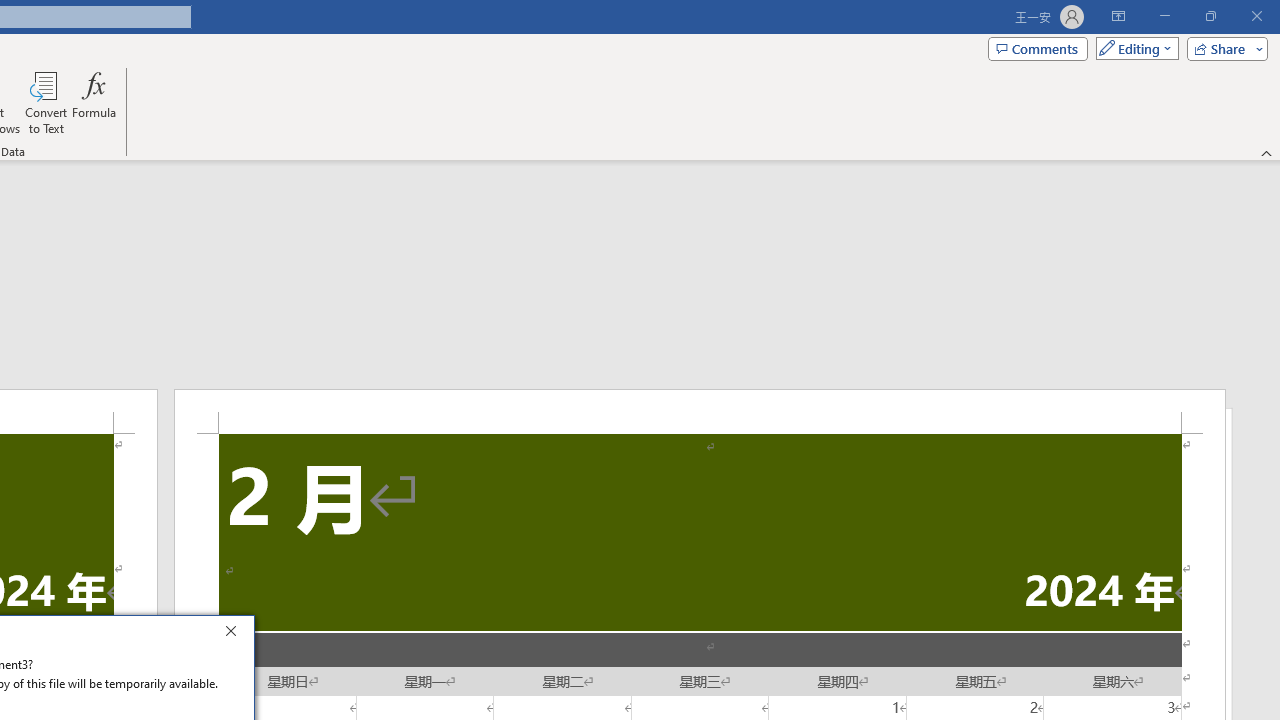 This screenshot has width=1280, height=720. What do you see at coordinates (1222, 47) in the screenshot?
I see `'Share'` at bounding box center [1222, 47].